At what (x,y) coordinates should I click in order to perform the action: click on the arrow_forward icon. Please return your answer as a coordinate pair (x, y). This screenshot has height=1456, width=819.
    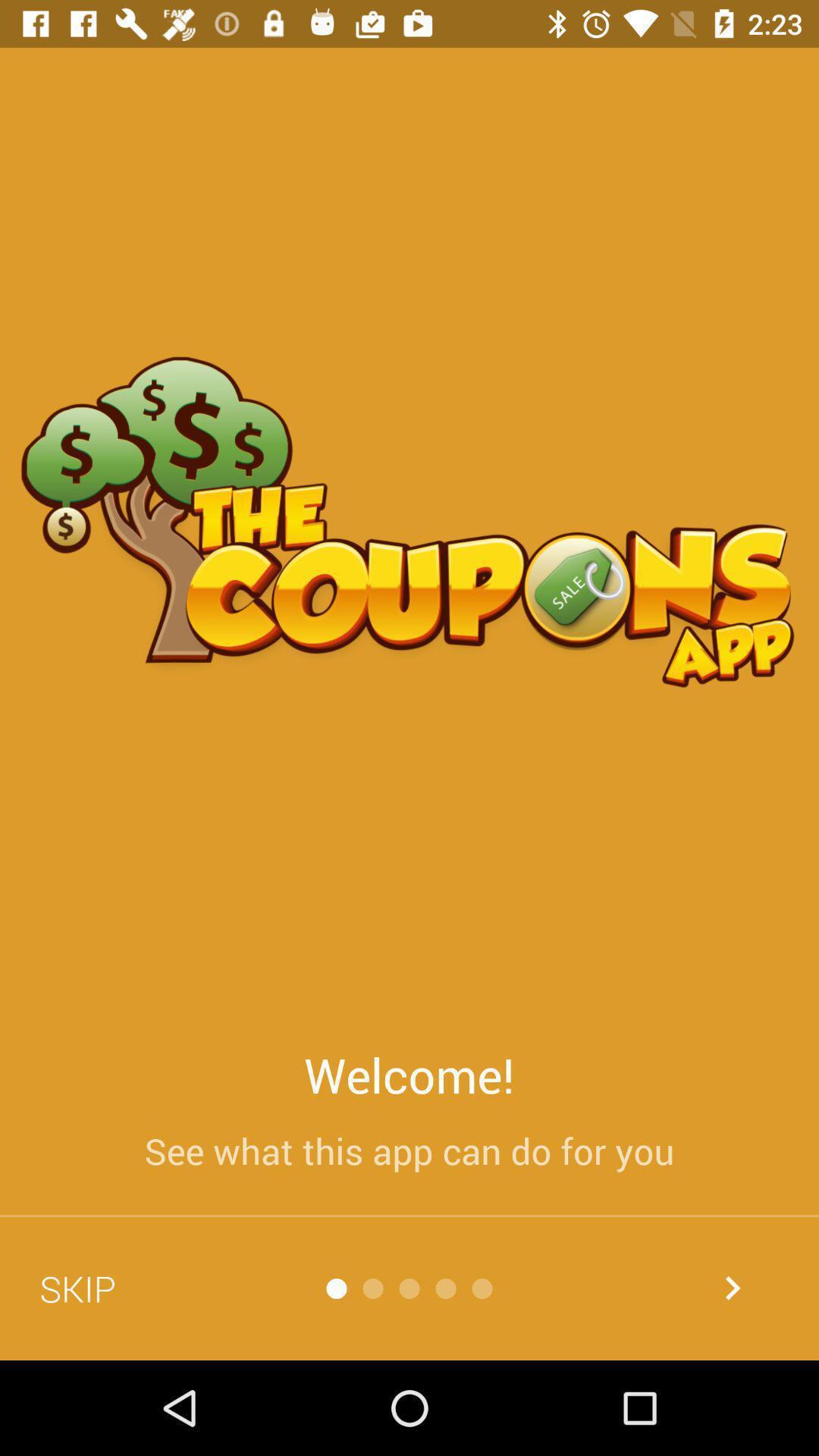
    Looking at the image, I should click on (731, 1287).